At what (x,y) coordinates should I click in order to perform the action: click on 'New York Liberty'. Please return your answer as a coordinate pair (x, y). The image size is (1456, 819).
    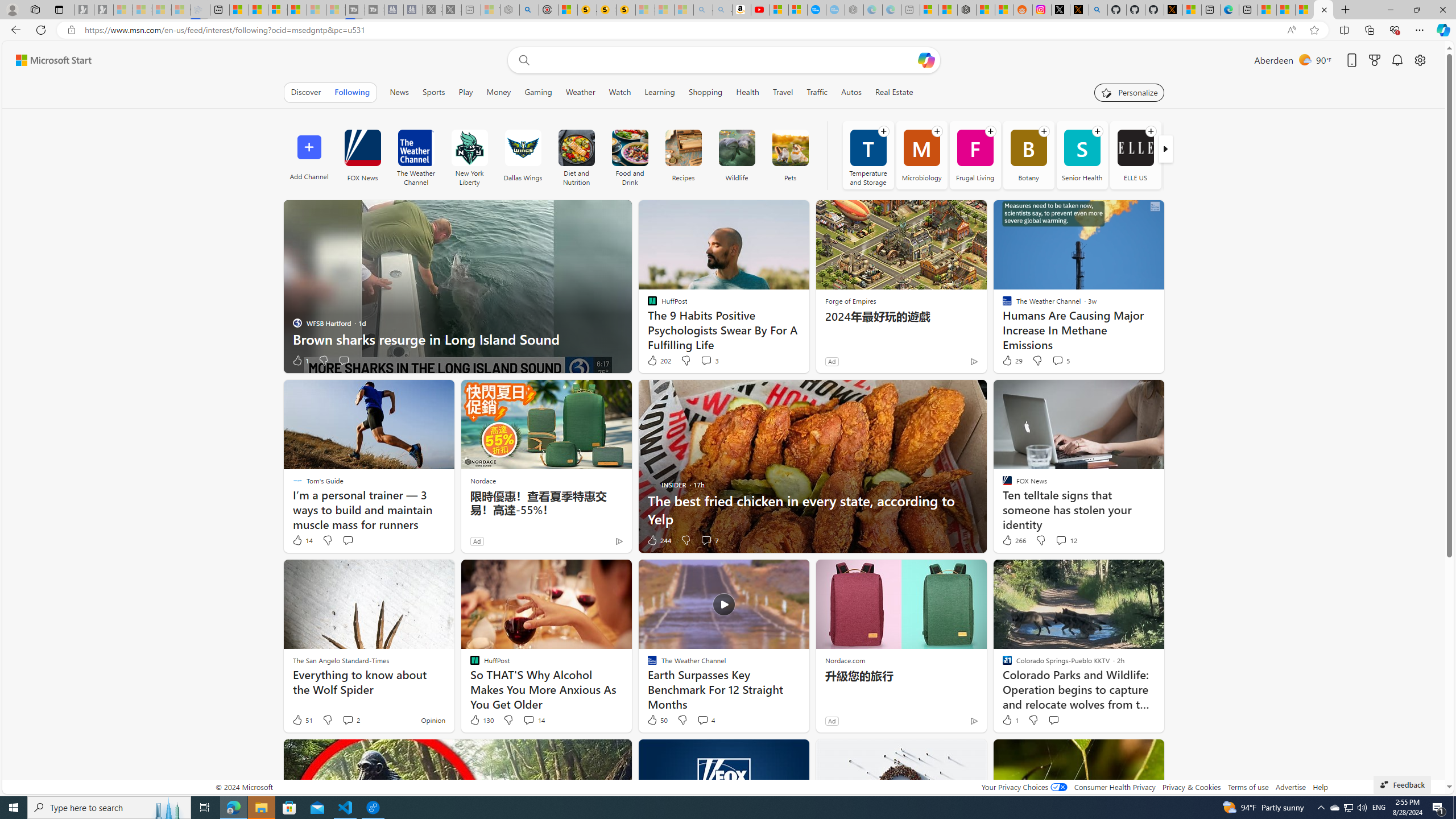
    Looking at the image, I should click on (469, 154).